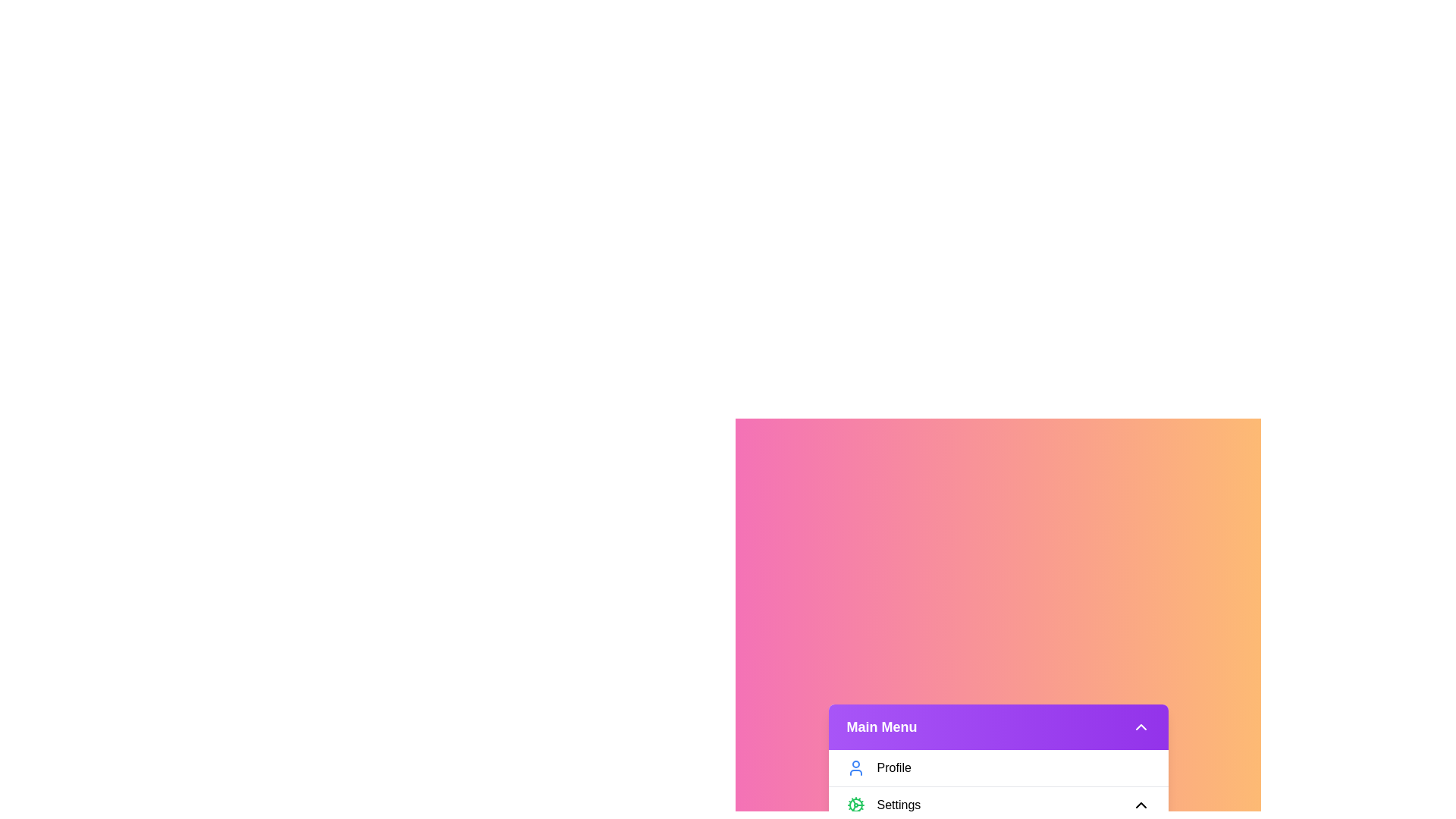 This screenshot has height=819, width=1456. I want to click on the green cogwheel icon that is part of the 'Settings' option in the main menu dropdown, located to the left of the 'Settings' text label, so click(855, 804).